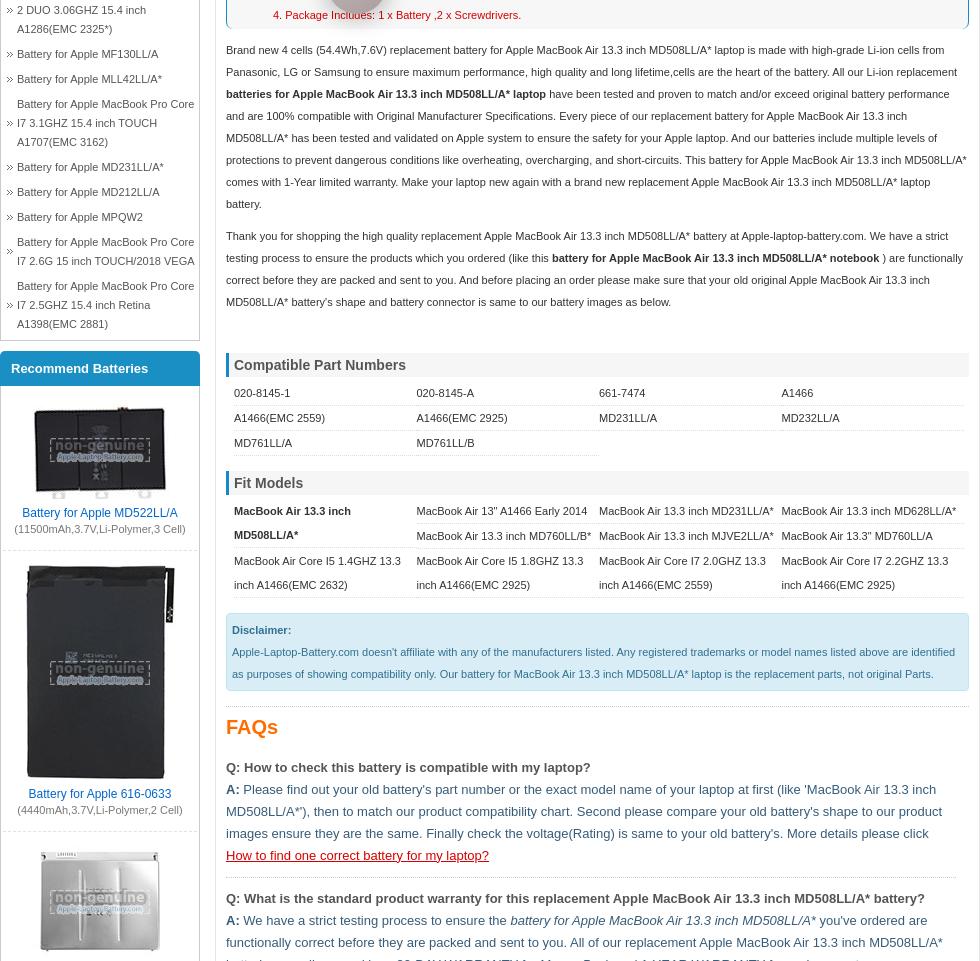 This screenshot has height=961, width=980. I want to click on 'MacBook Air 13" A1466 Early 2014', so click(501, 510).